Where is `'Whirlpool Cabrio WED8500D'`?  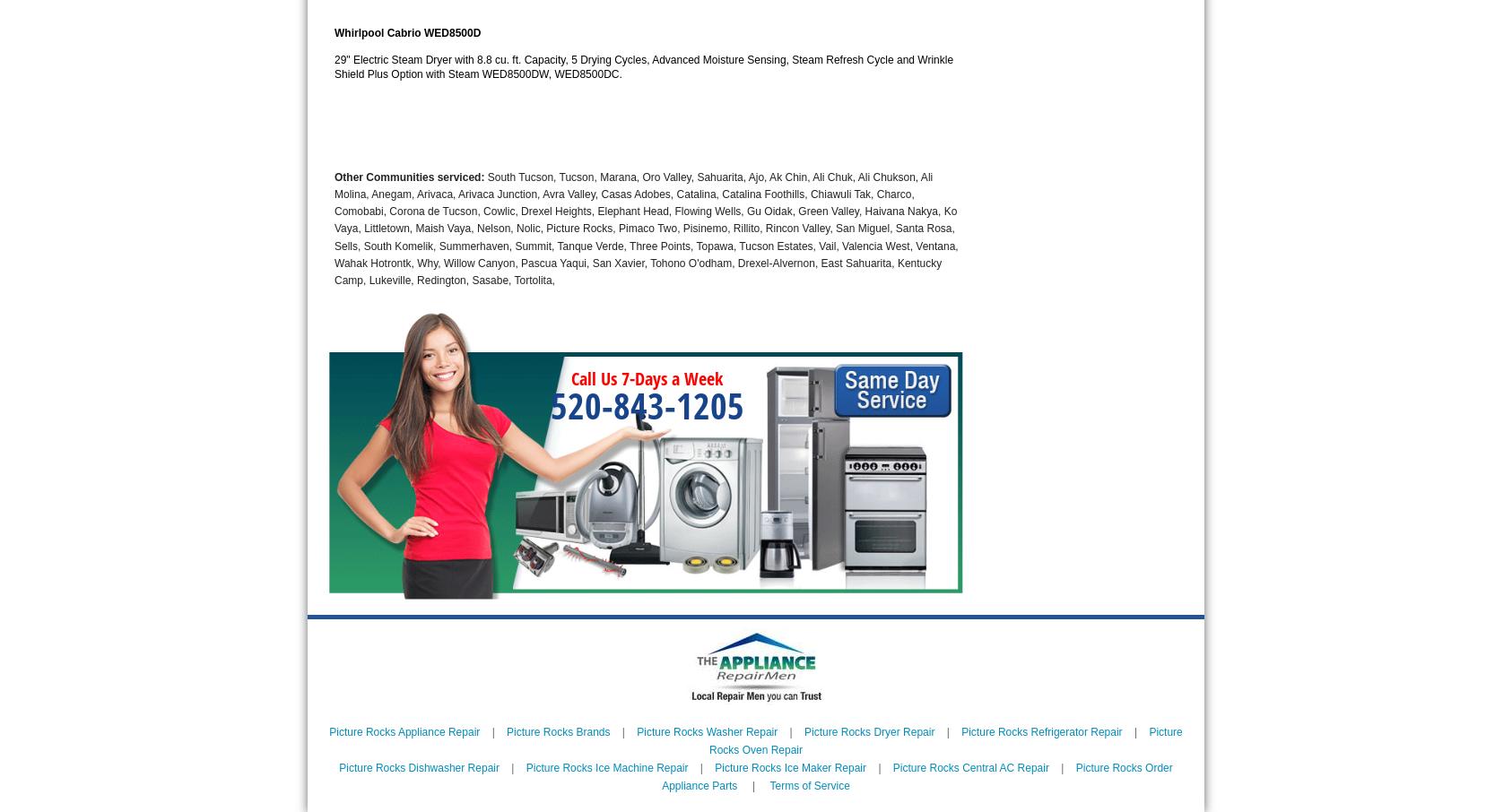
'Whirlpool Cabrio WED8500D' is located at coordinates (407, 30).